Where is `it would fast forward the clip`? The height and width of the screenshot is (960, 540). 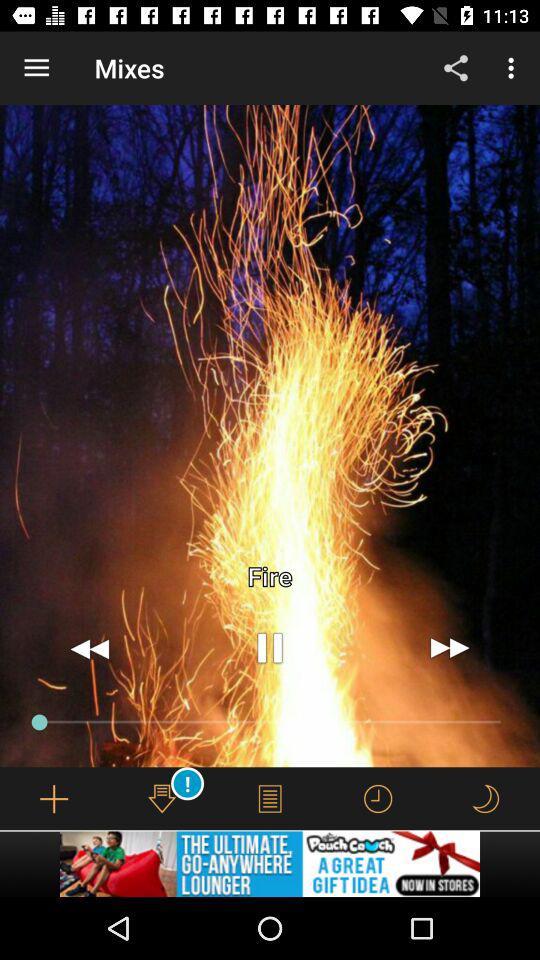 it would fast forward the clip is located at coordinates (449, 647).